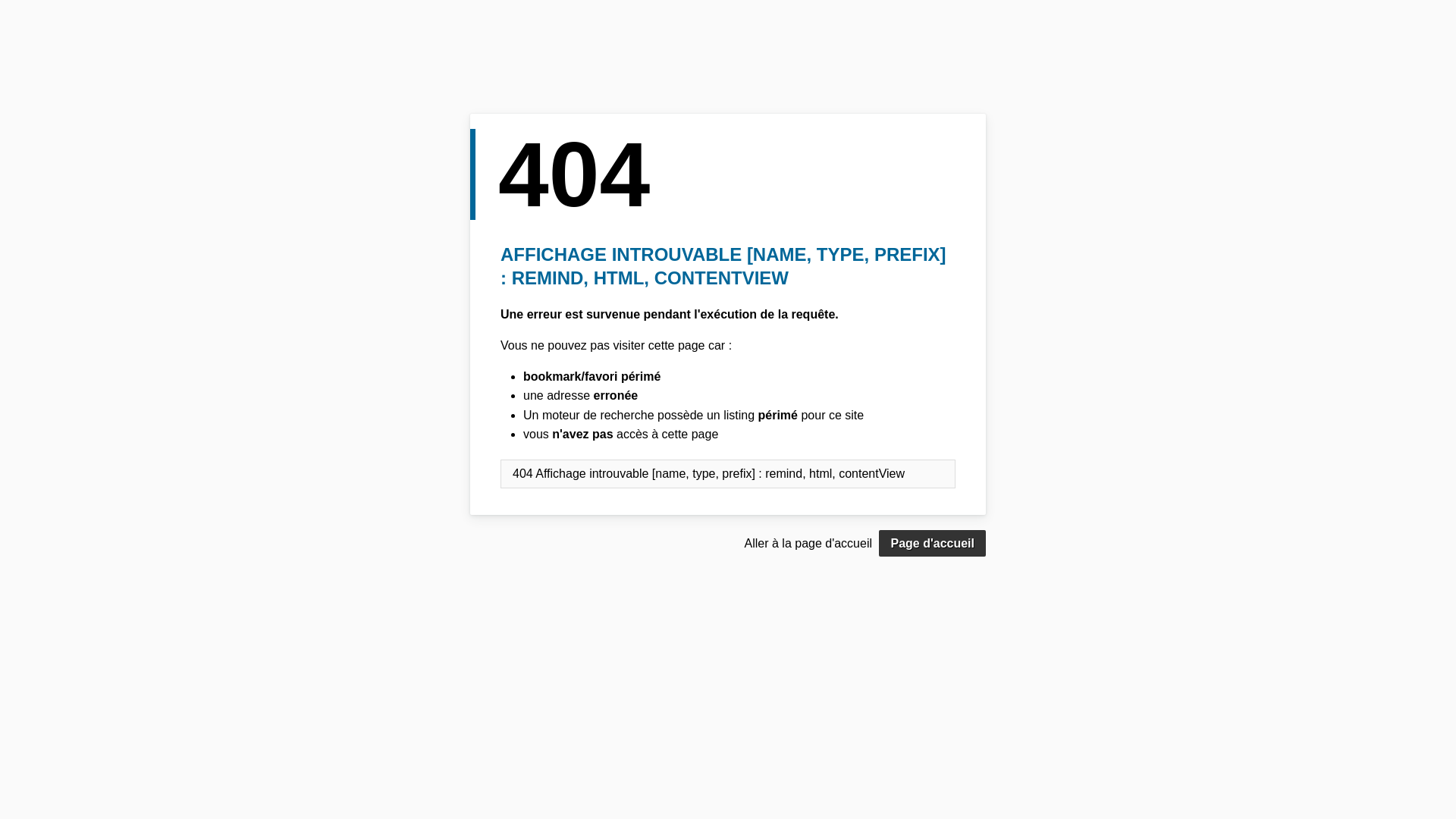  Describe the element at coordinates (931, 543) in the screenshot. I see `'Page d'accueil'` at that location.